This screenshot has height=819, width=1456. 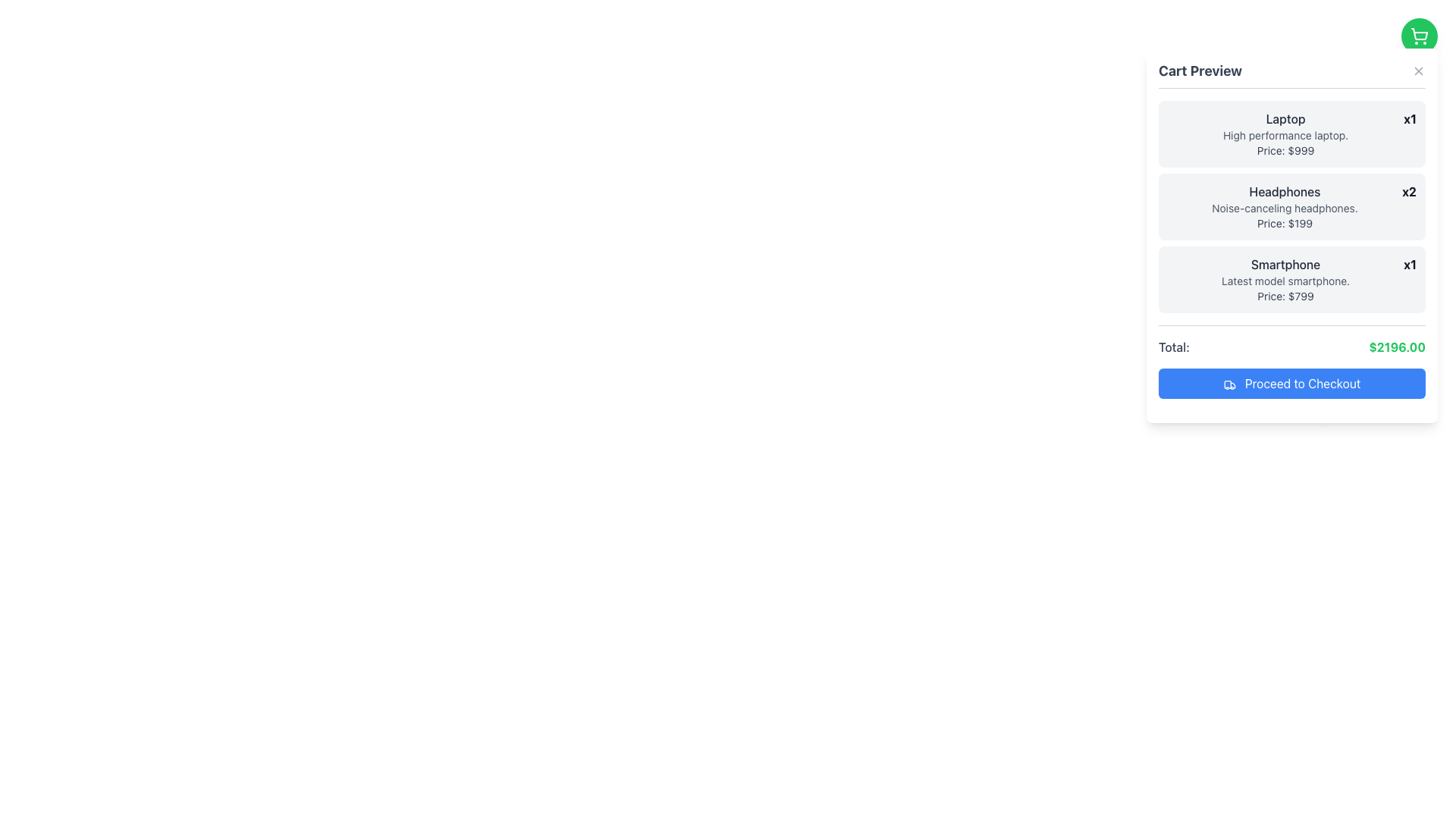 What do you see at coordinates (1285, 151) in the screenshot?
I see `the static text label displaying 'Price: $999' in the cart preview section of the 'Laptop' listing` at bounding box center [1285, 151].